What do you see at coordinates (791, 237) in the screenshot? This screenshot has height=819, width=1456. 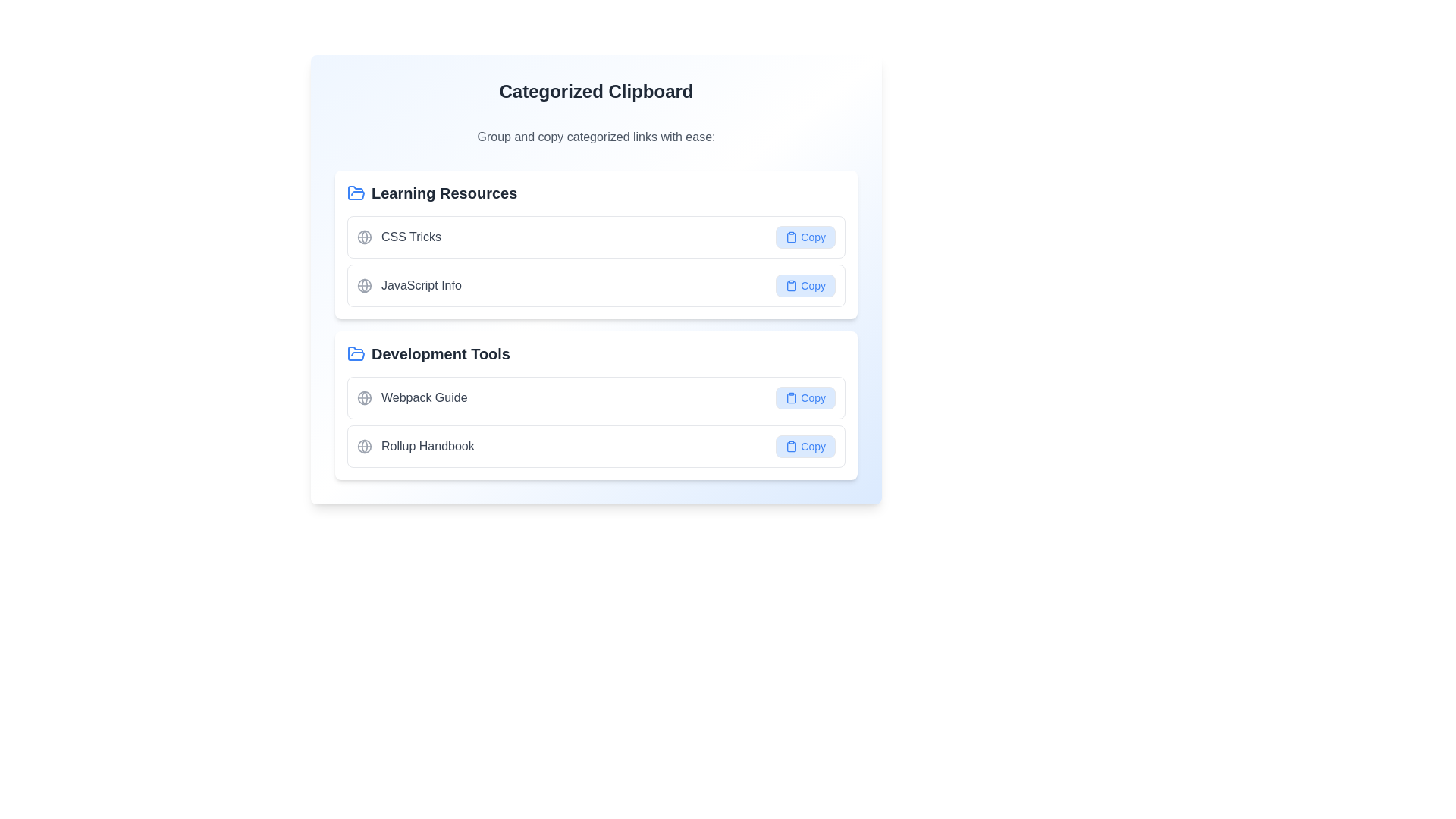 I see `the clipboard icon component within the SVG graphic, which is styled with a simplistic design and is located to the left of the 'Copy' button` at bounding box center [791, 237].